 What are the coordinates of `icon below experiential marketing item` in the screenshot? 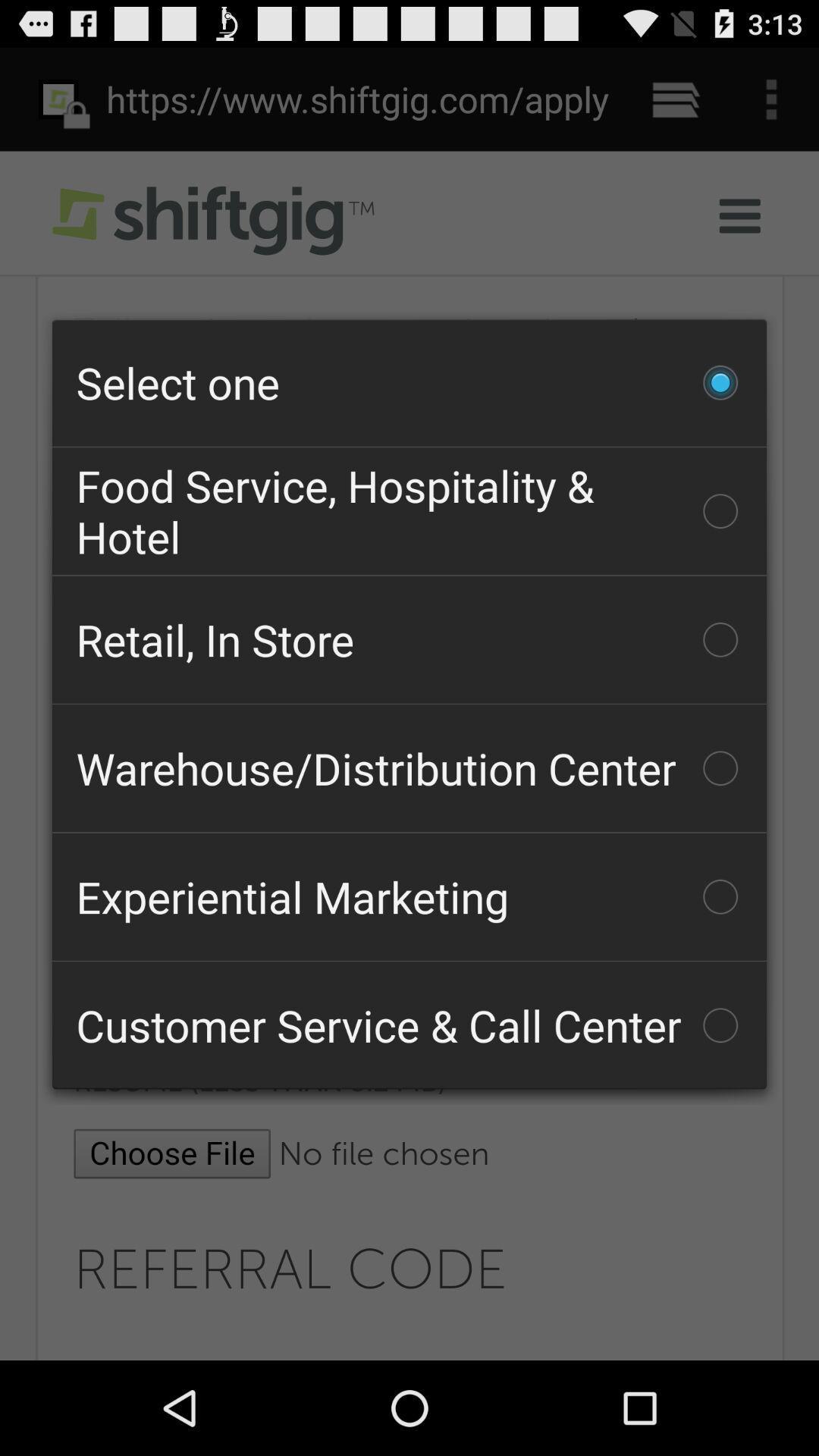 It's located at (409, 1025).